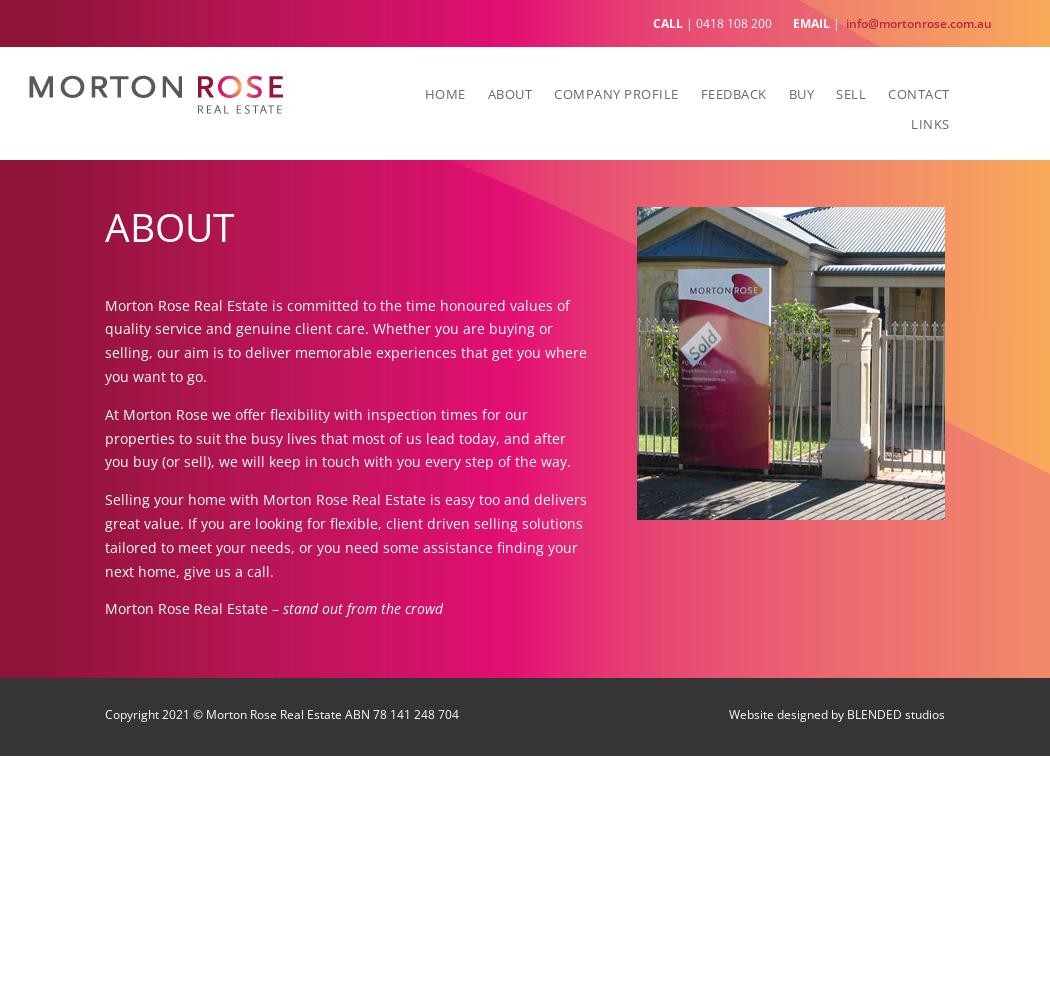  Describe the element at coordinates (918, 92) in the screenshot. I see `'CONTACT'` at that location.